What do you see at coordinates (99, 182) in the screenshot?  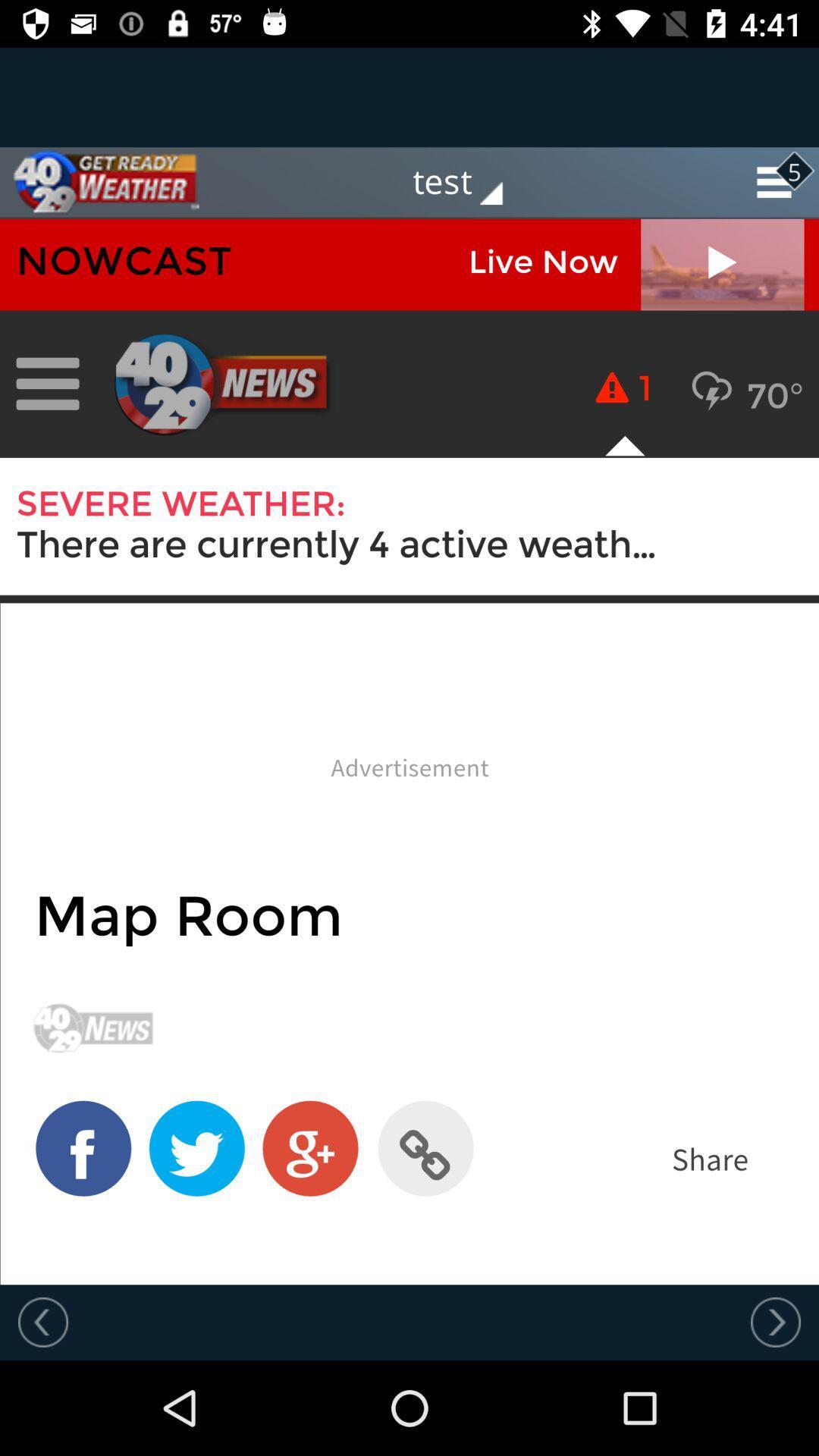 I see `home page` at bounding box center [99, 182].